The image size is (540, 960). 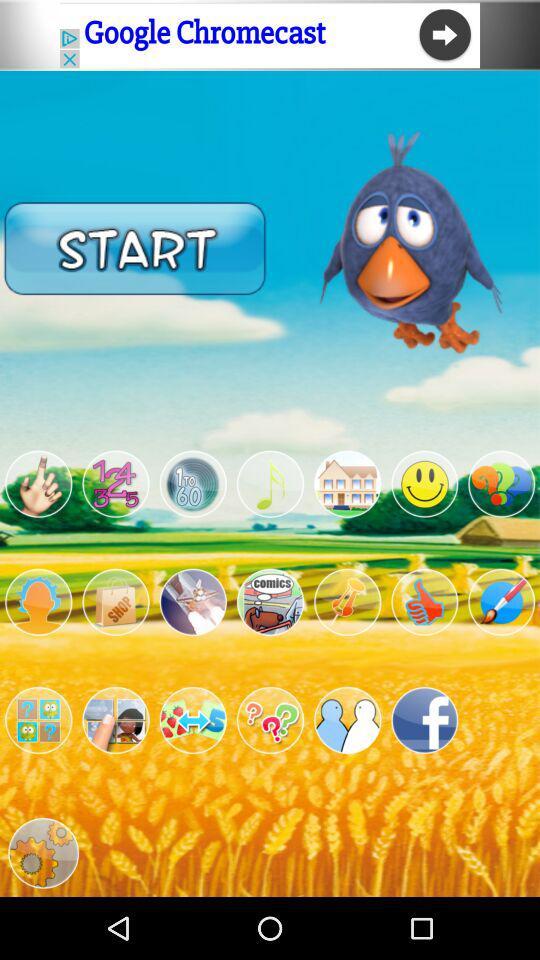 What do you see at coordinates (135, 247) in the screenshot?
I see `start` at bounding box center [135, 247].